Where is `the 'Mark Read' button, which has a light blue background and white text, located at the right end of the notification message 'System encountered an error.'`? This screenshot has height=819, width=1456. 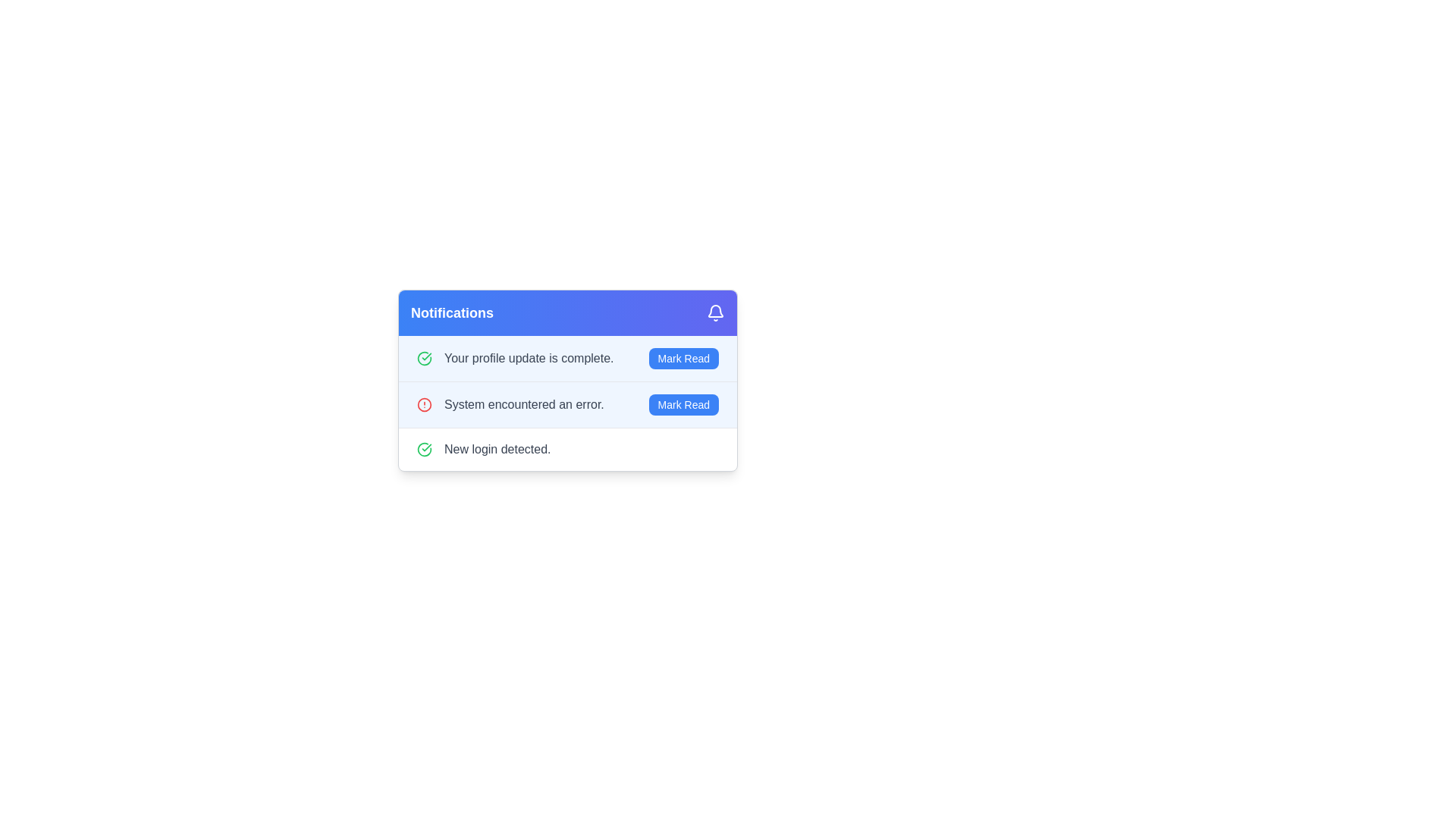 the 'Mark Read' button, which has a light blue background and white text, located at the right end of the notification message 'System encountered an error.' is located at coordinates (682, 403).